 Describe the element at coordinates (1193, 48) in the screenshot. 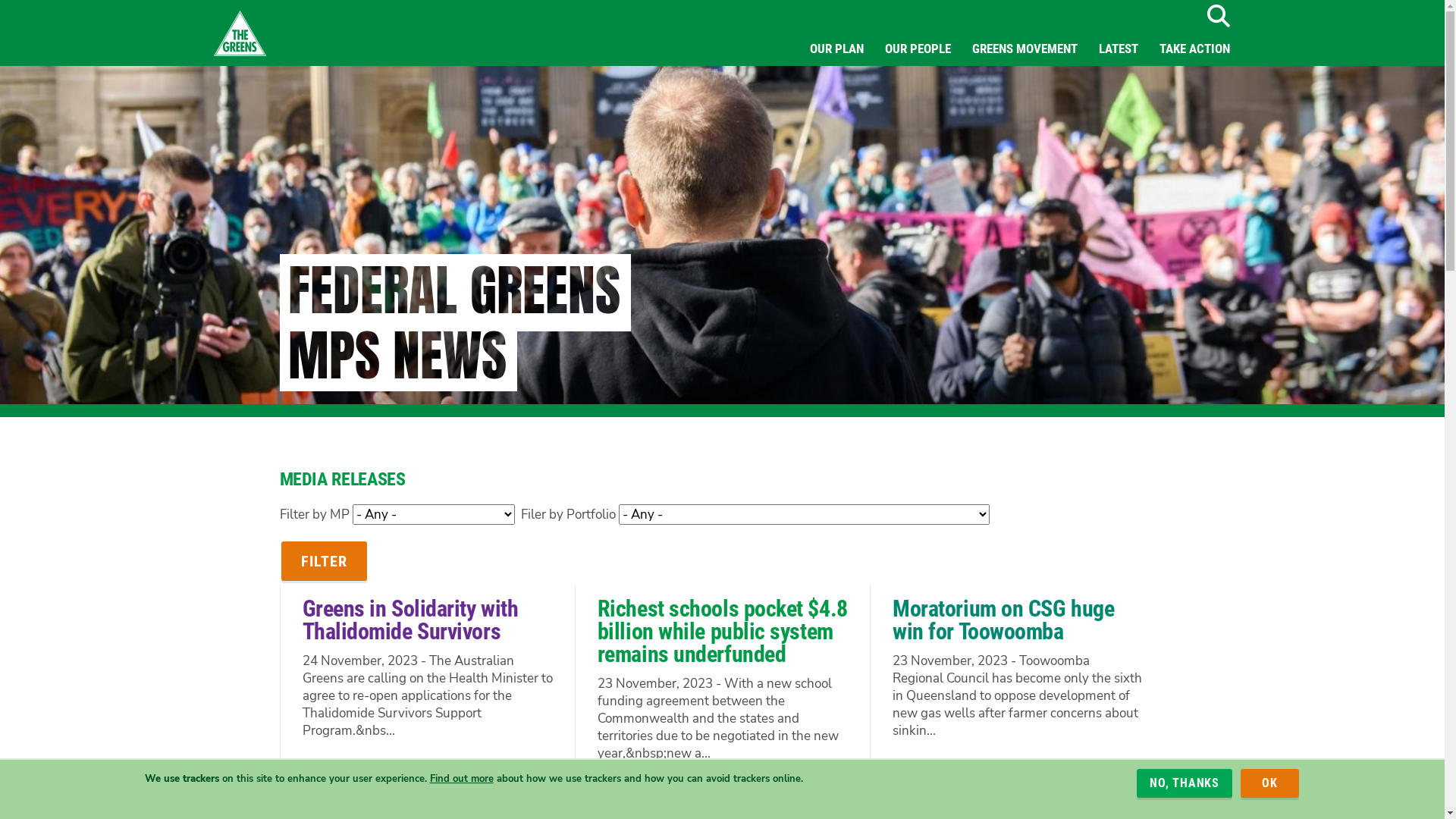

I see `'TAKE ACTION'` at that location.